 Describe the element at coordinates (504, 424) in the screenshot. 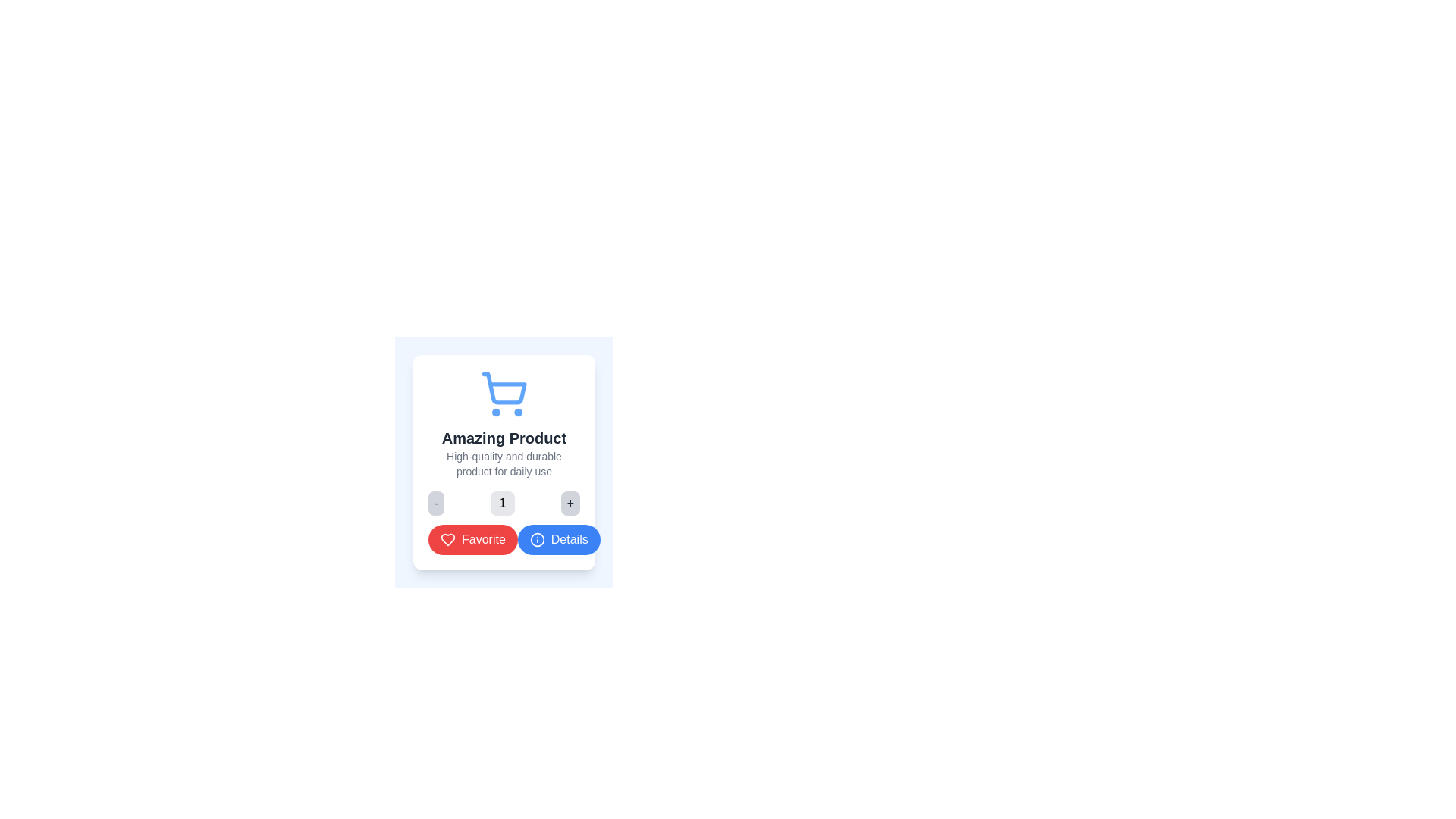

I see `the blue shopping cart icon located at the top of the product card labeled 'Amazing Product'` at that location.